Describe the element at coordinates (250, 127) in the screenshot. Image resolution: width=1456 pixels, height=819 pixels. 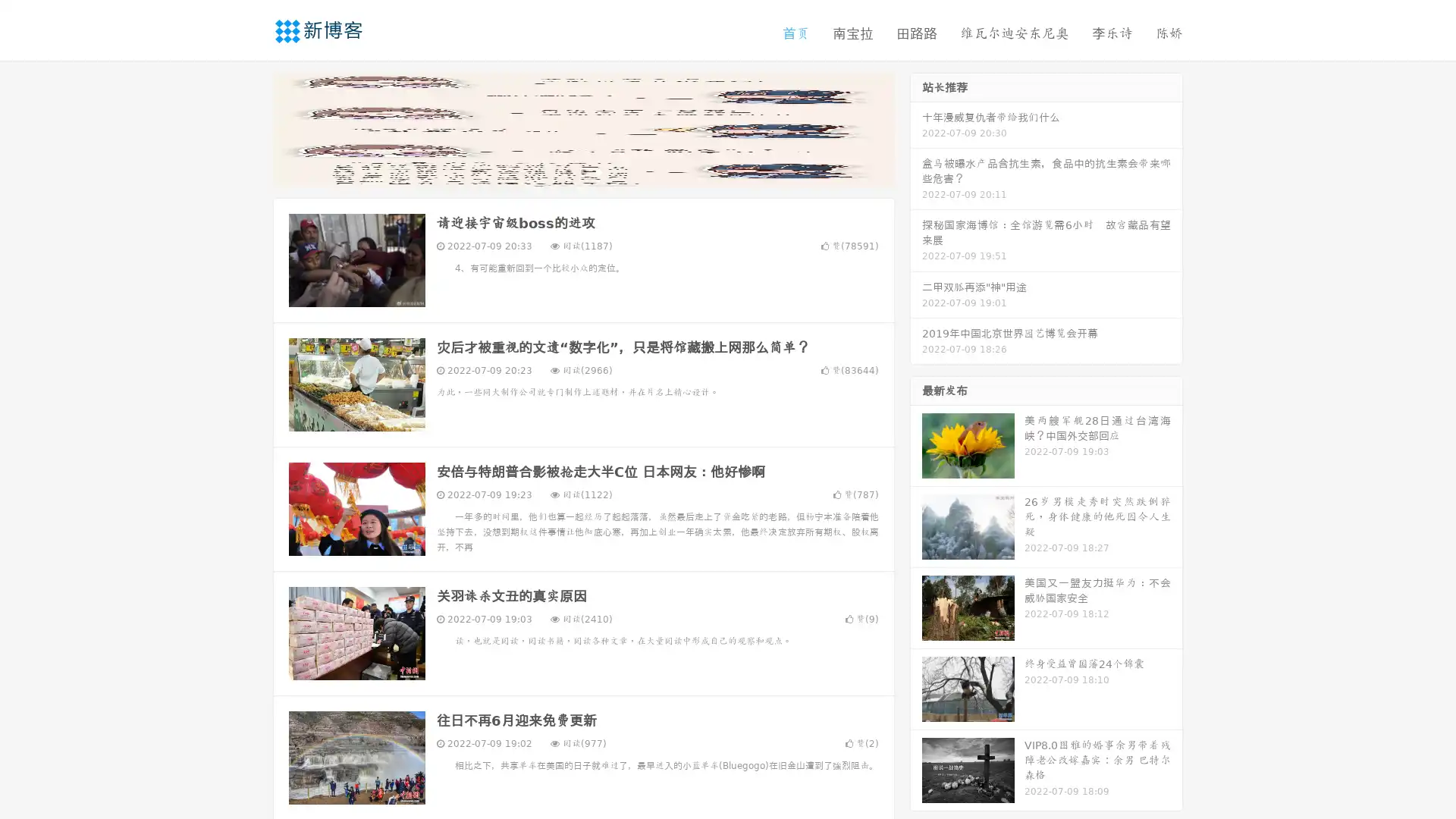
I see `Previous slide` at that location.